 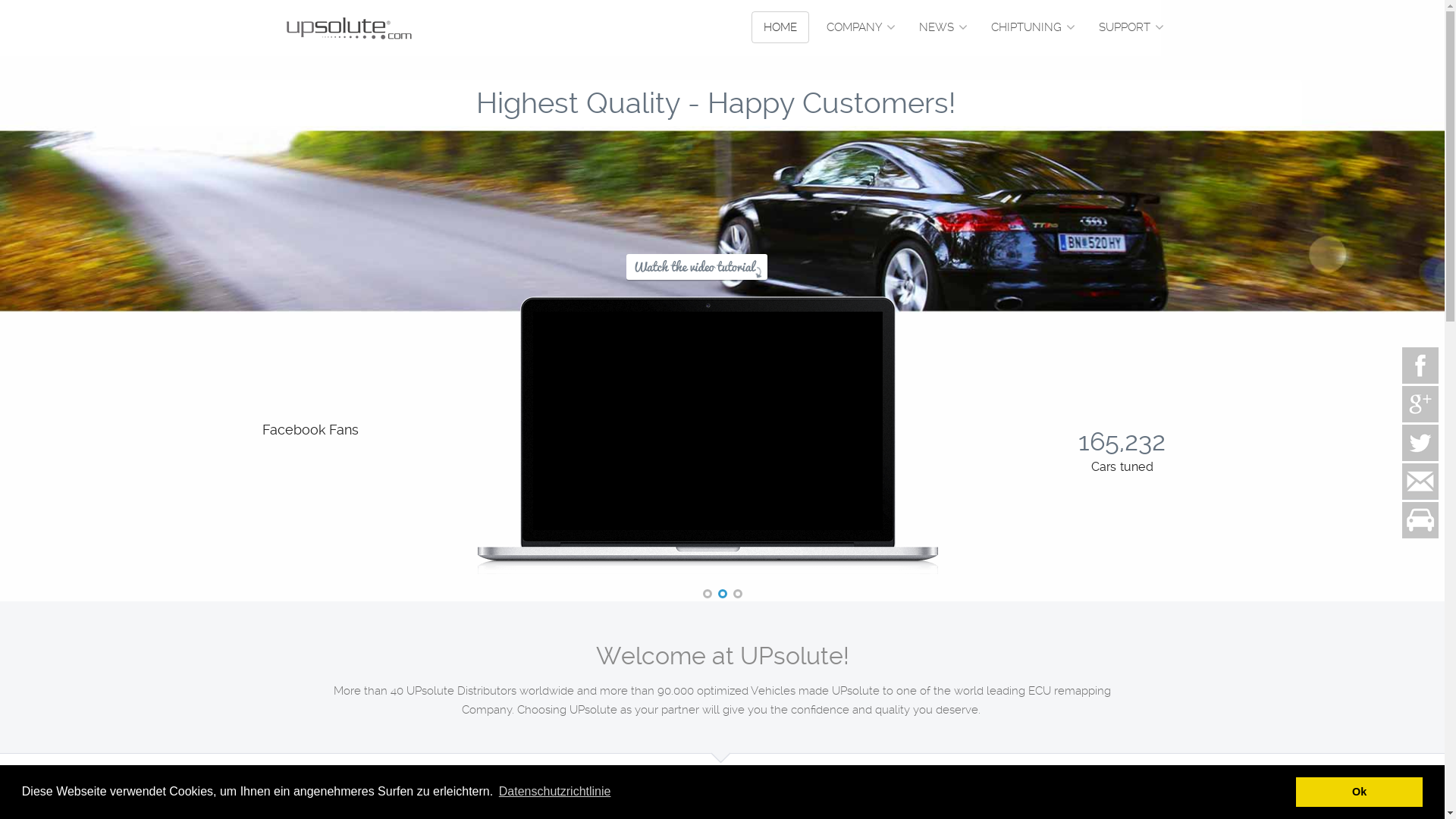 What do you see at coordinates (1419, 482) in the screenshot?
I see `'Contact us'` at bounding box center [1419, 482].